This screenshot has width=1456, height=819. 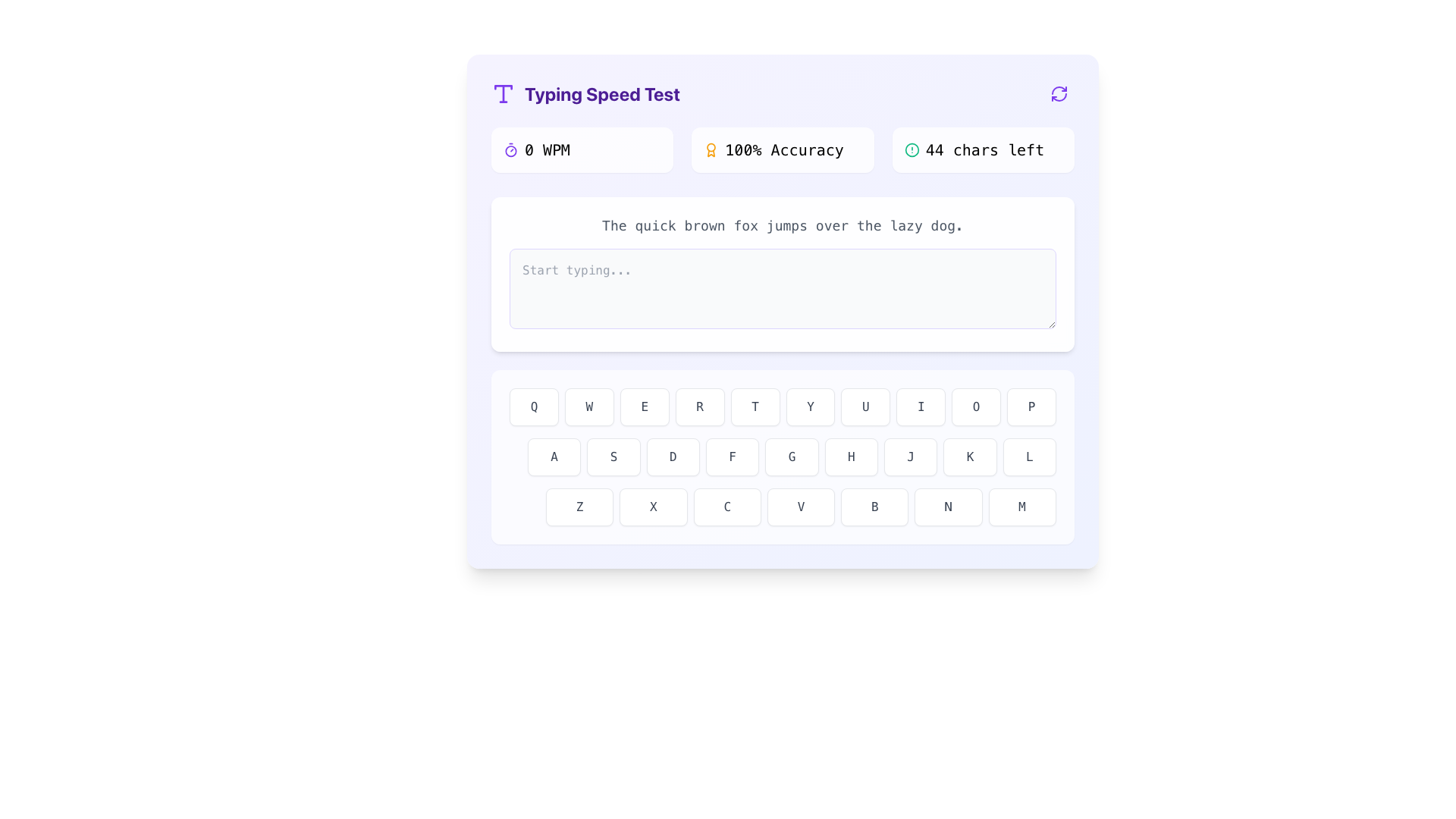 What do you see at coordinates (726, 507) in the screenshot?
I see `the virtual keyboard key for character 'C', located between the 'X' and 'V' keys in the grid layout of the keyboard interface` at bounding box center [726, 507].